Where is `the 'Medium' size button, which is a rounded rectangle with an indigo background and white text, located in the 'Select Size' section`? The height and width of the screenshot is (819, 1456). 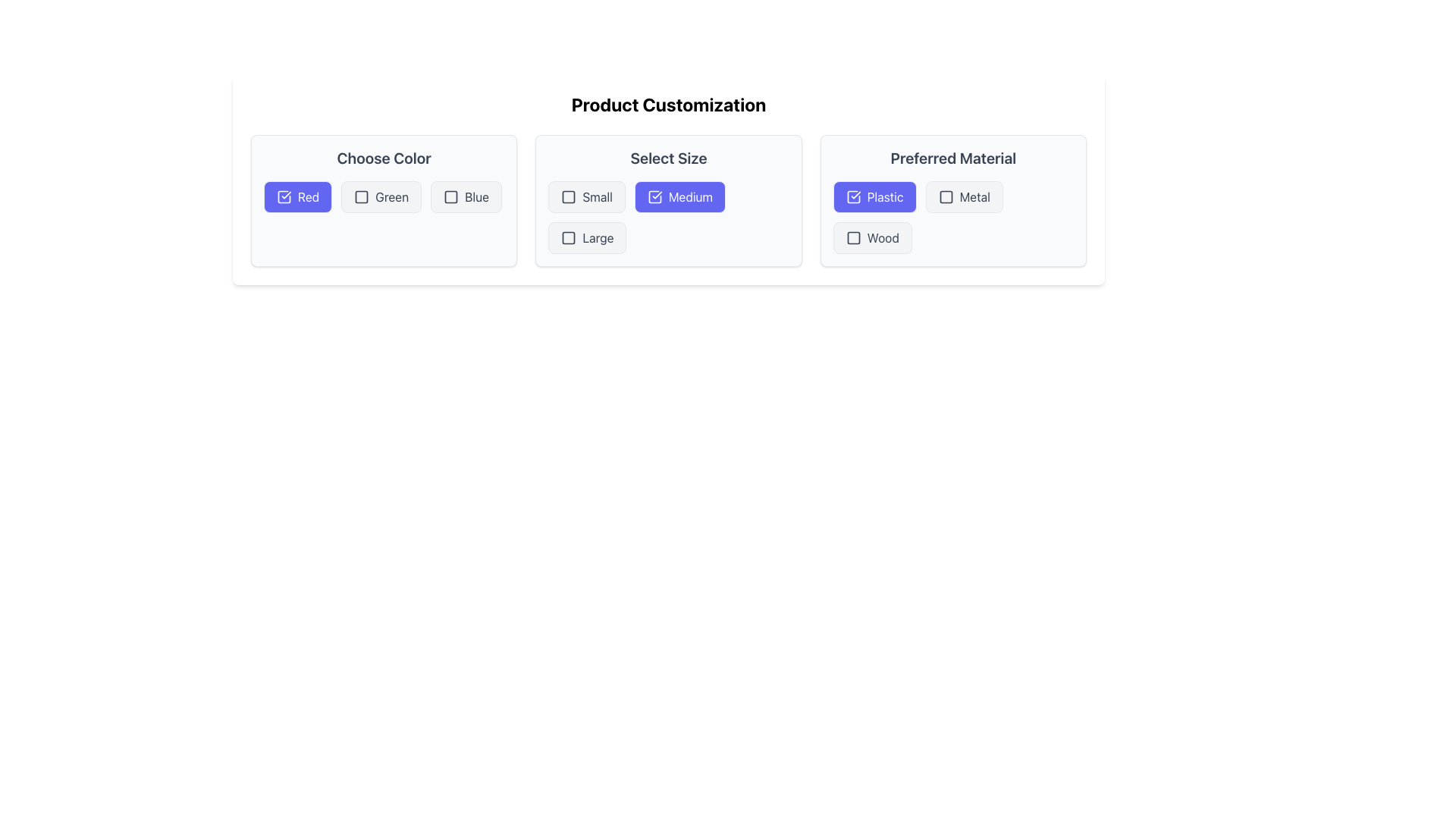 the 'Medium' size button, which is a rounded rectangle with an indigo background and white text, located in the 'Select Size' section is located at coordinates (679, 196).